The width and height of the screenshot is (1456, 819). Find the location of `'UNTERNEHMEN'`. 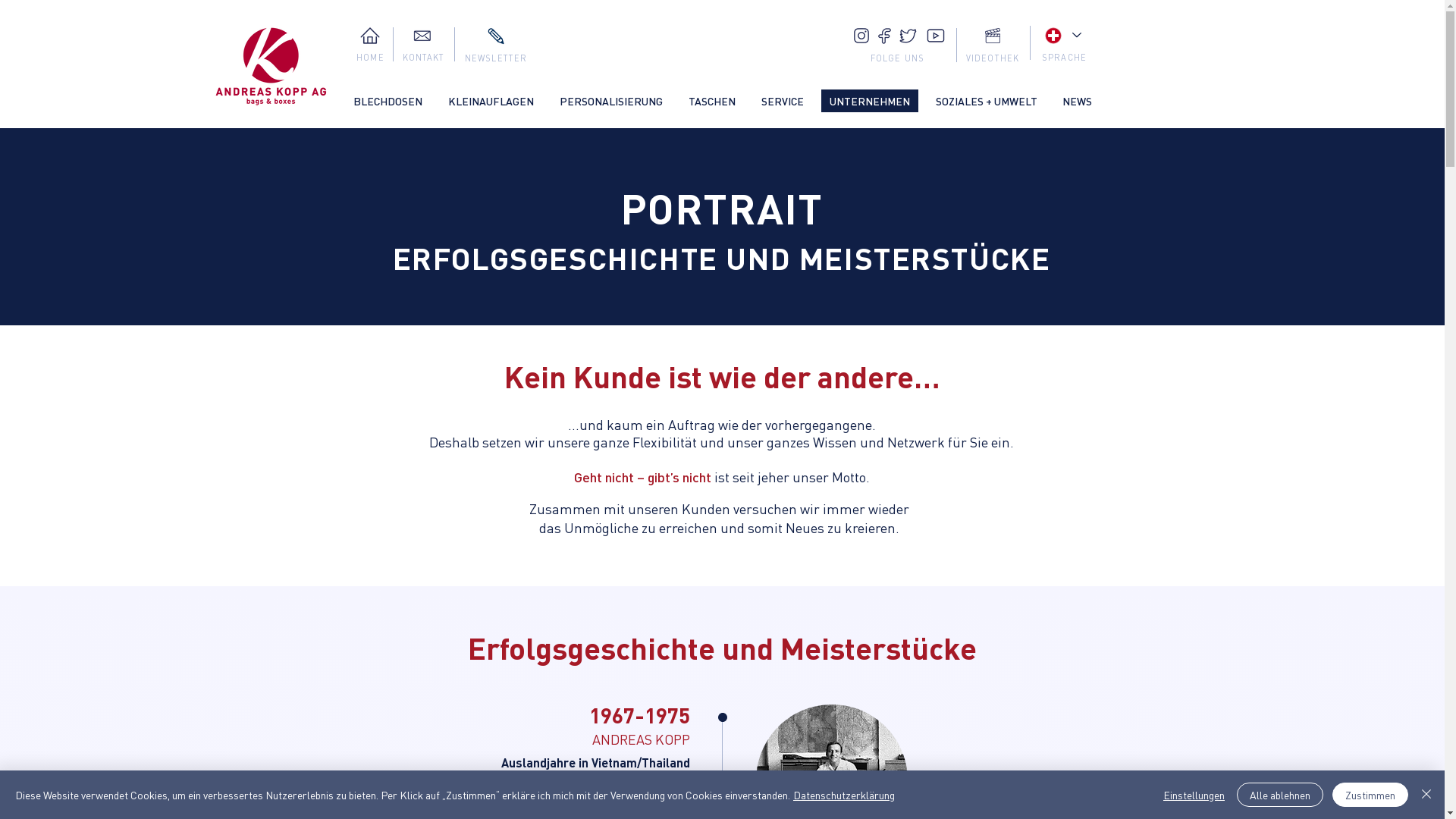

'UNTERNEHMEN' is located at coordinates (869, 100).